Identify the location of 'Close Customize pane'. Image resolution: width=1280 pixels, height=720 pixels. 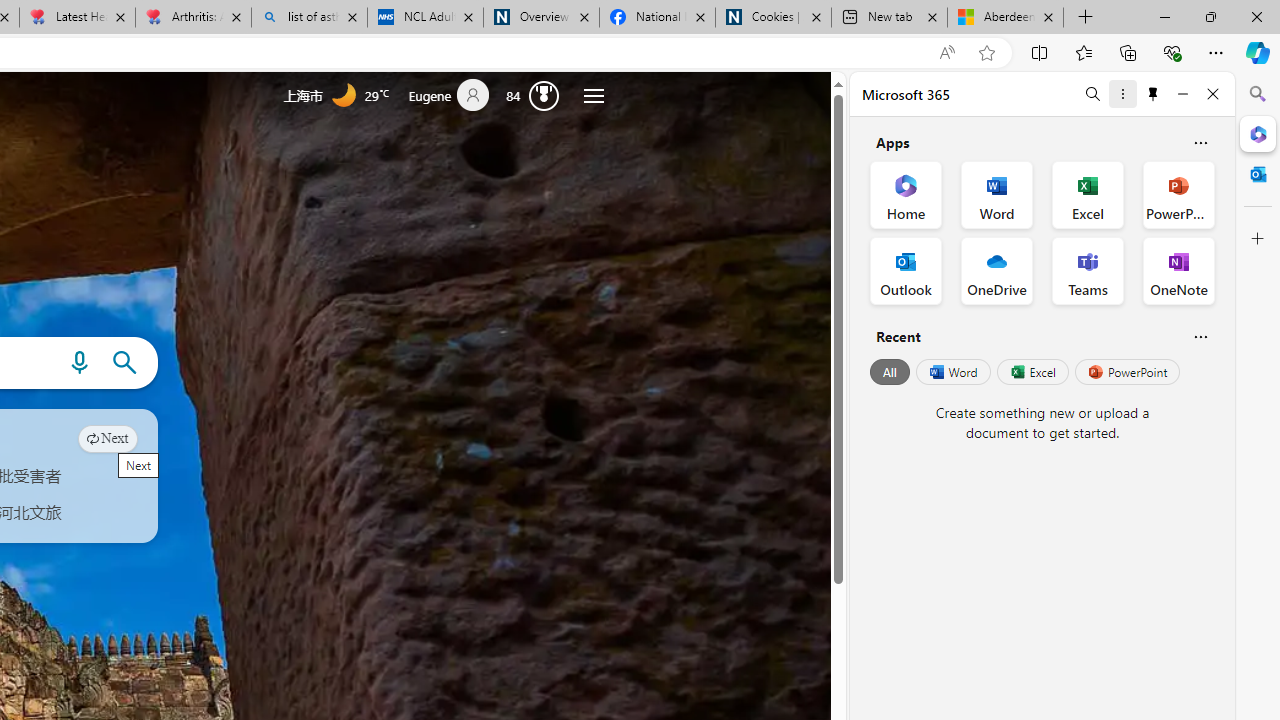
(1257, 238).